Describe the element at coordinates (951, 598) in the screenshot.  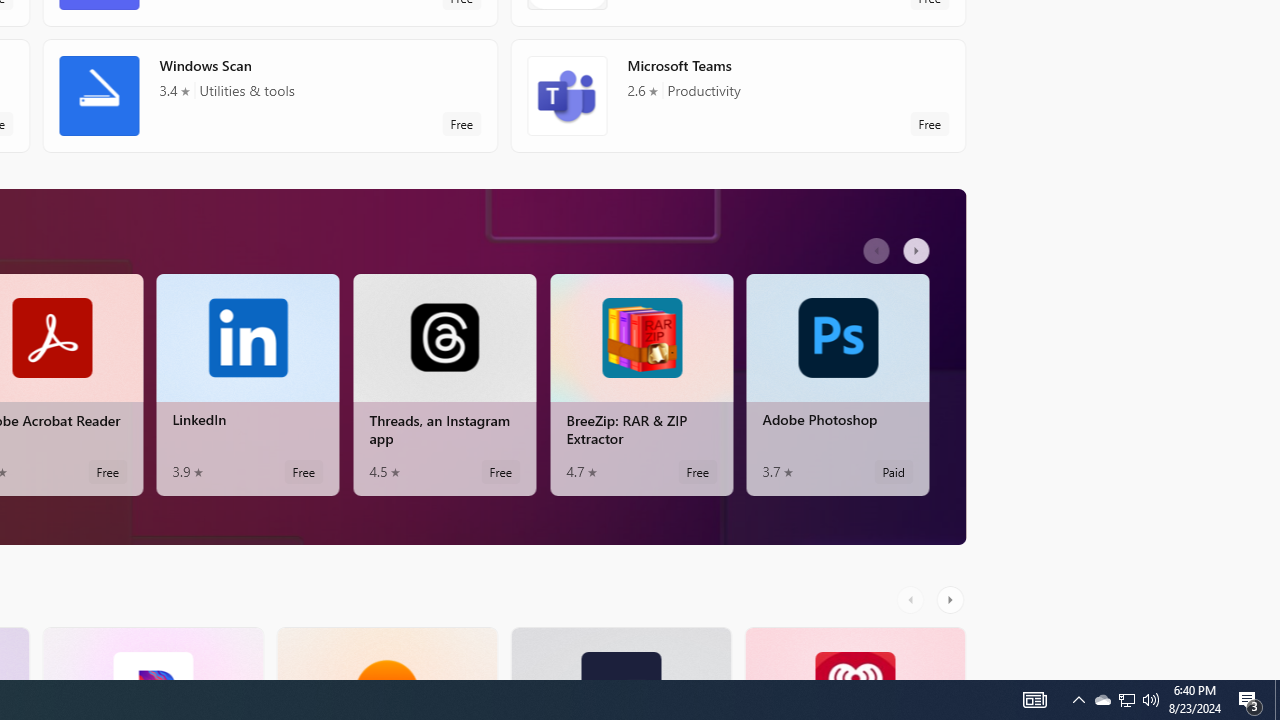
I see `'AutomationID: RightScrollButton'` at that location.